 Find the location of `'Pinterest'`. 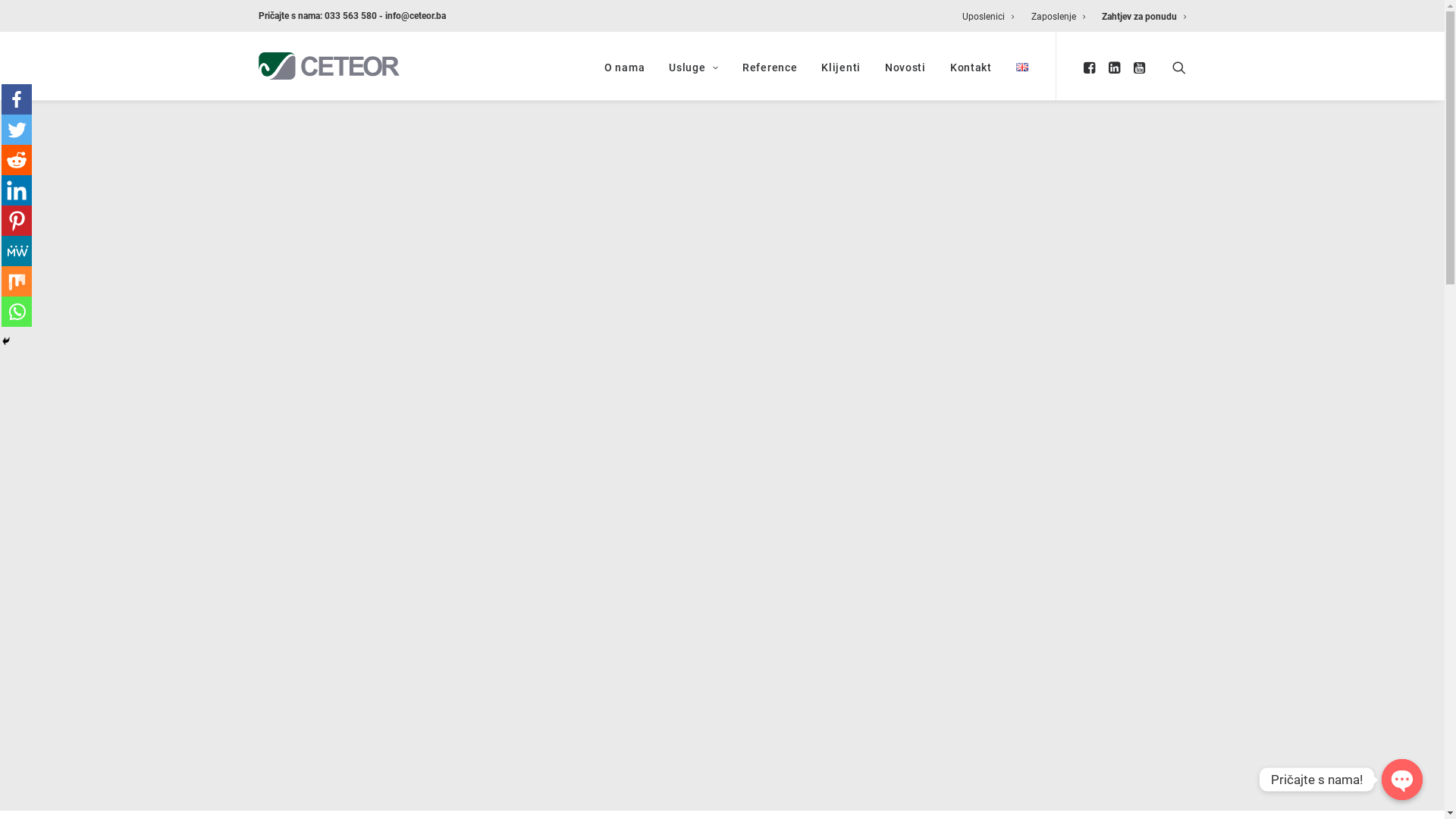

'Pinterest' is located at coordinates (1, 220).